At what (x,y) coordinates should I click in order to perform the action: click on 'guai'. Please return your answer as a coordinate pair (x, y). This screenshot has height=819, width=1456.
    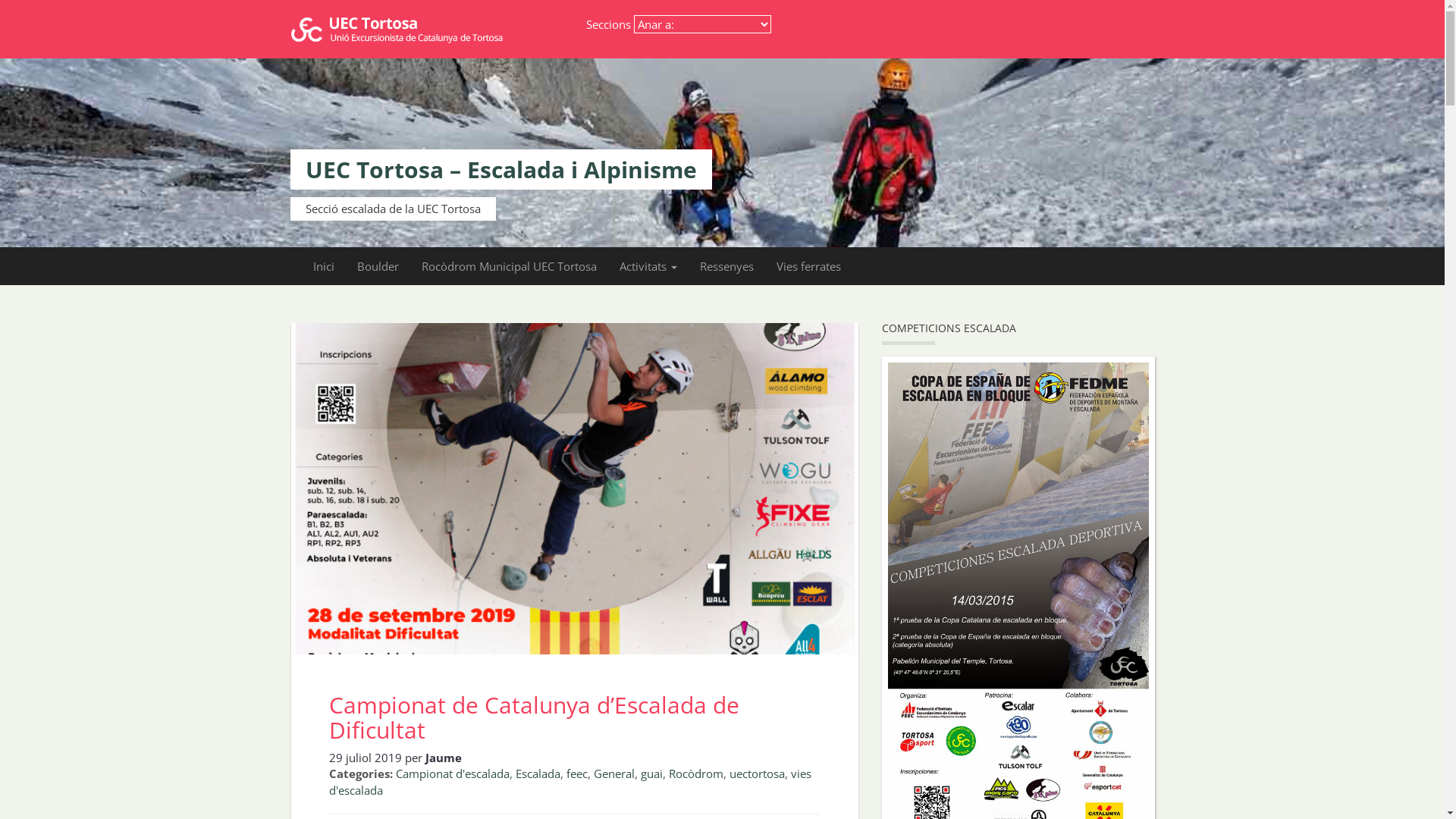
    Looking at the image, I should click on (651, 773).